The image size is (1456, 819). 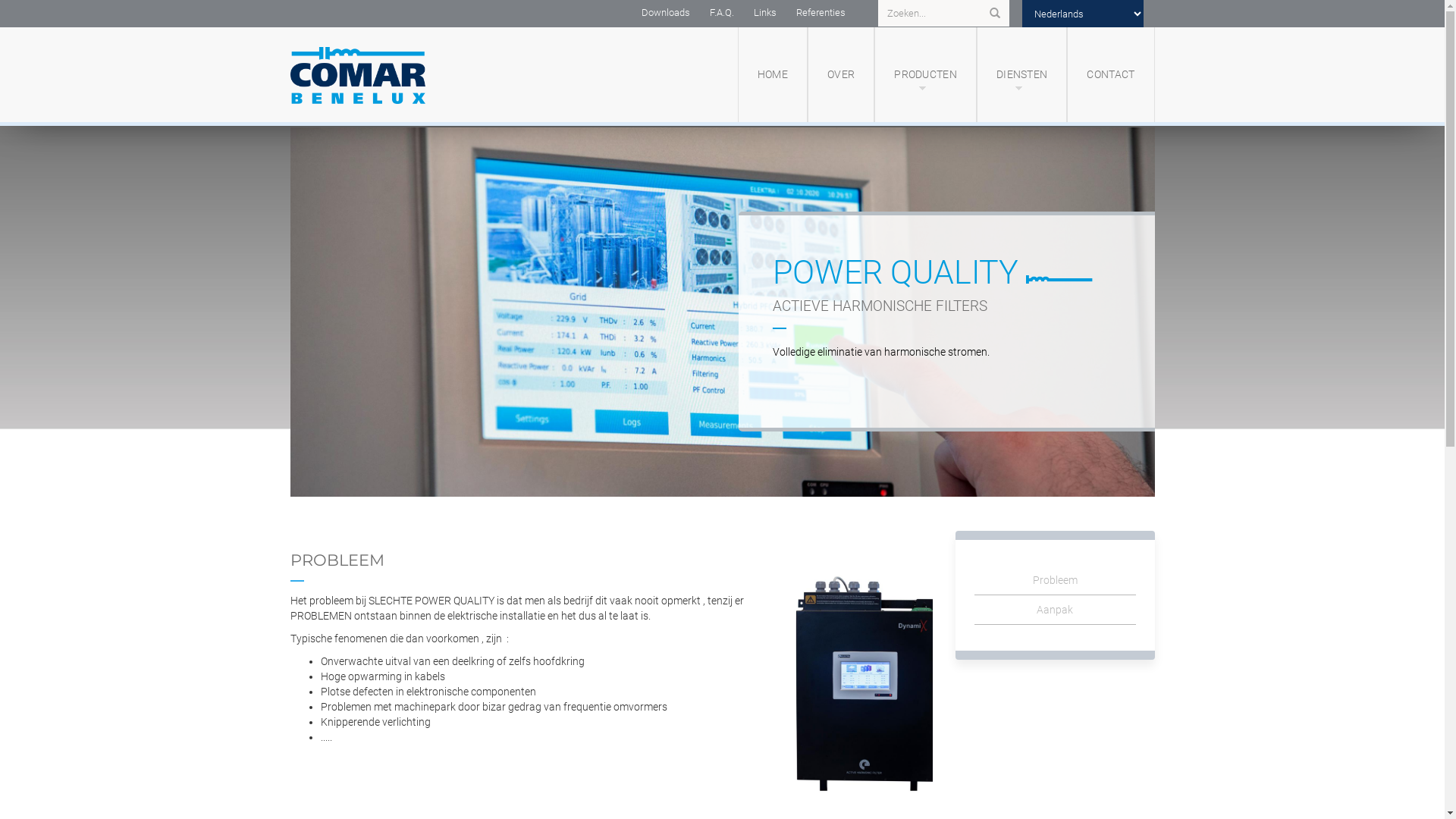 I want to click on 'Downloads', so click(x=665, y=12).